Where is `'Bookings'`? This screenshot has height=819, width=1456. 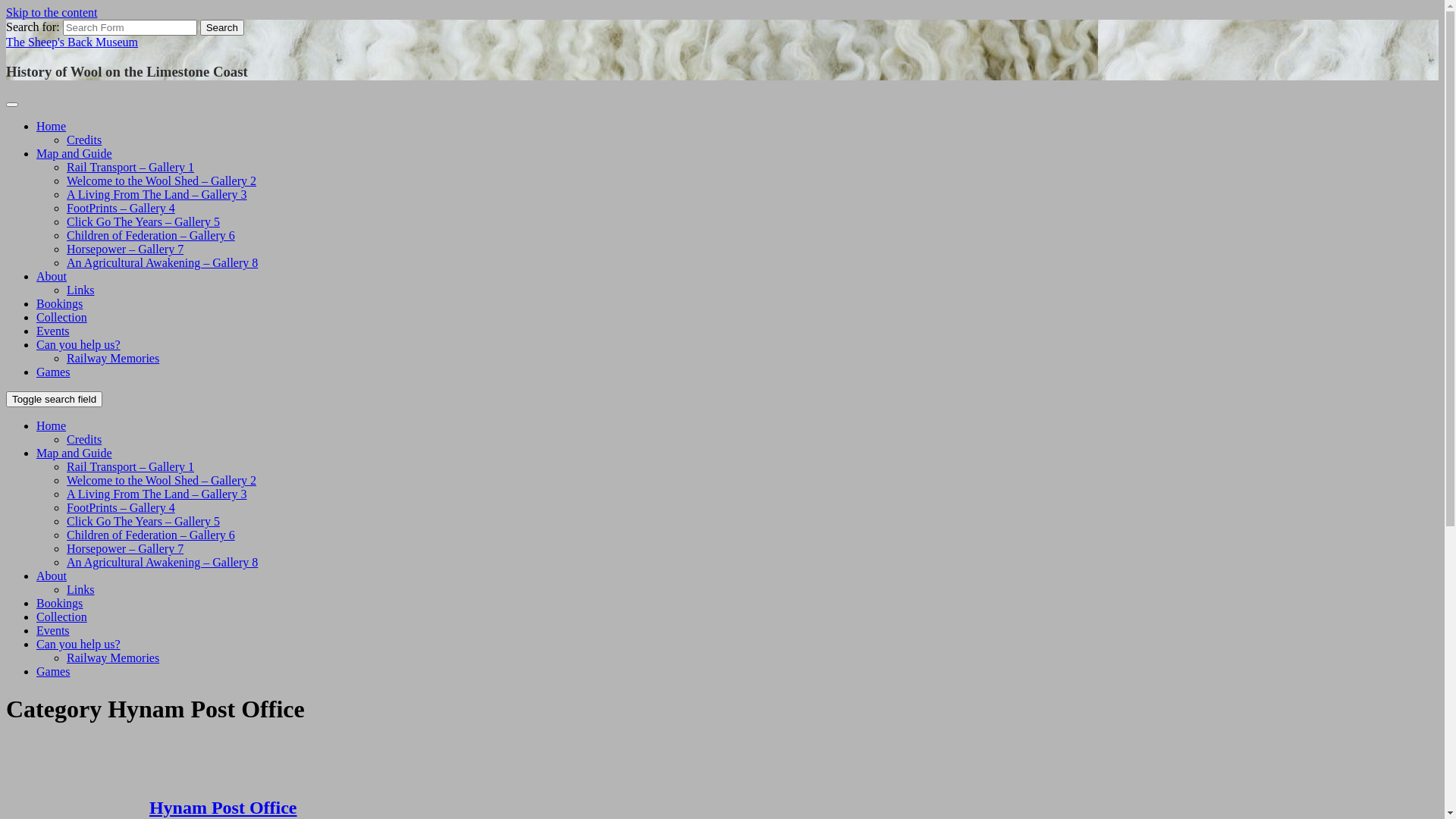
'Bookings' is located at coordinates (59, 303).